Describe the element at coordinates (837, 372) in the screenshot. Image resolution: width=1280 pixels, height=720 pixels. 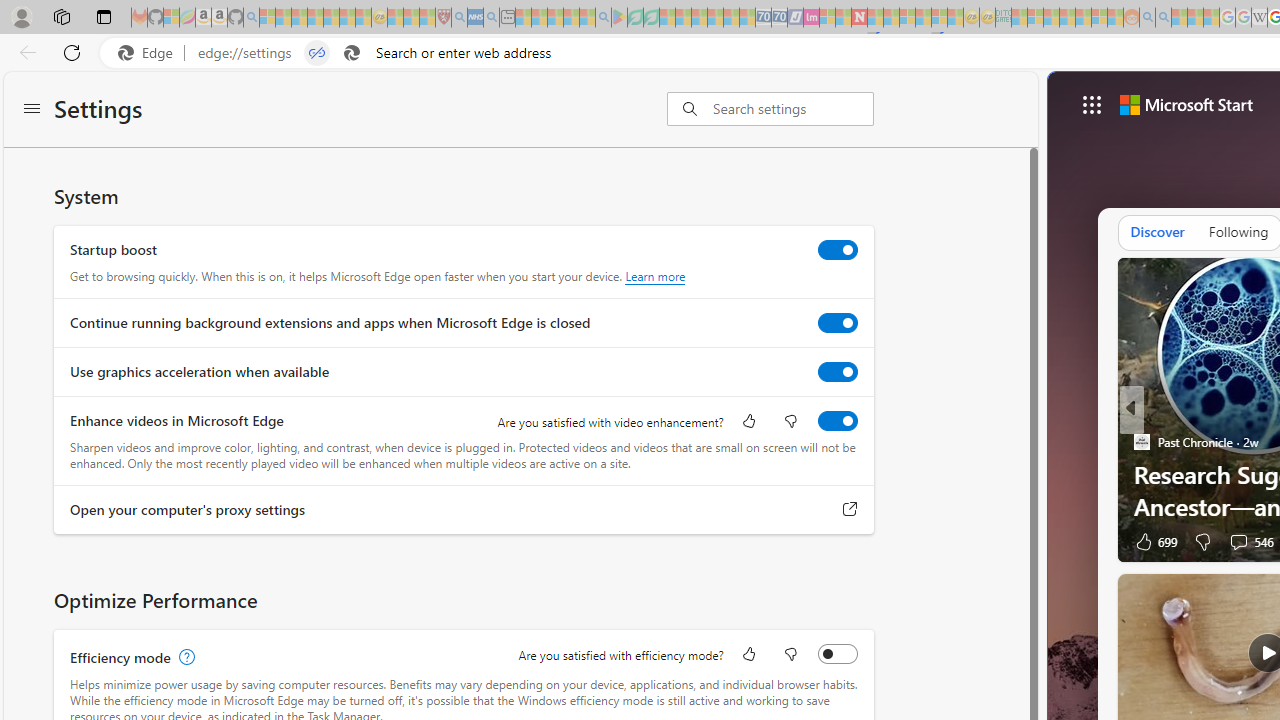
I see `'Use graphics acceleration when available'` at that location.